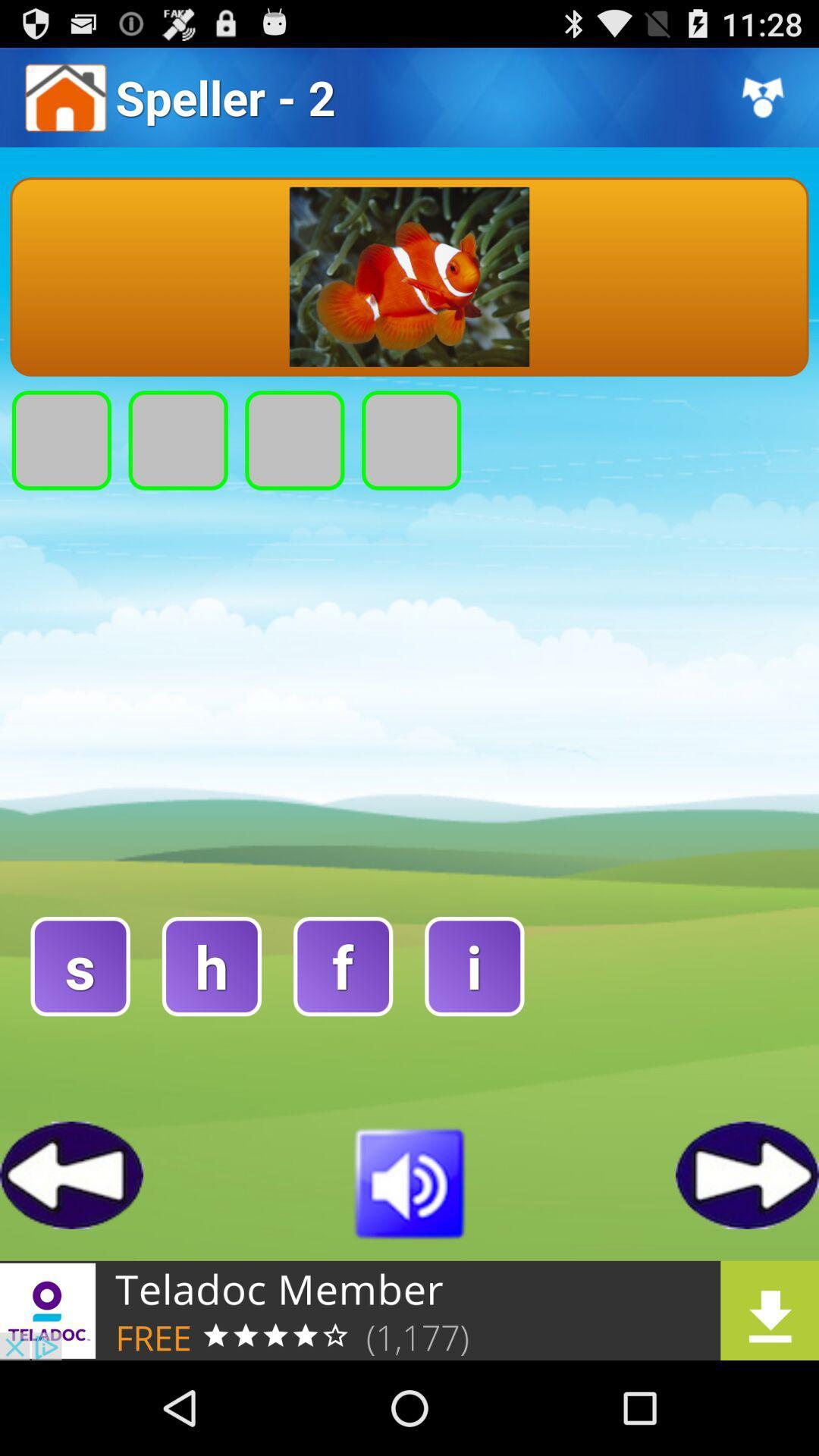  Describe the element at coordinates (71, 1174) in the screenshot. I see `go back` at that location.